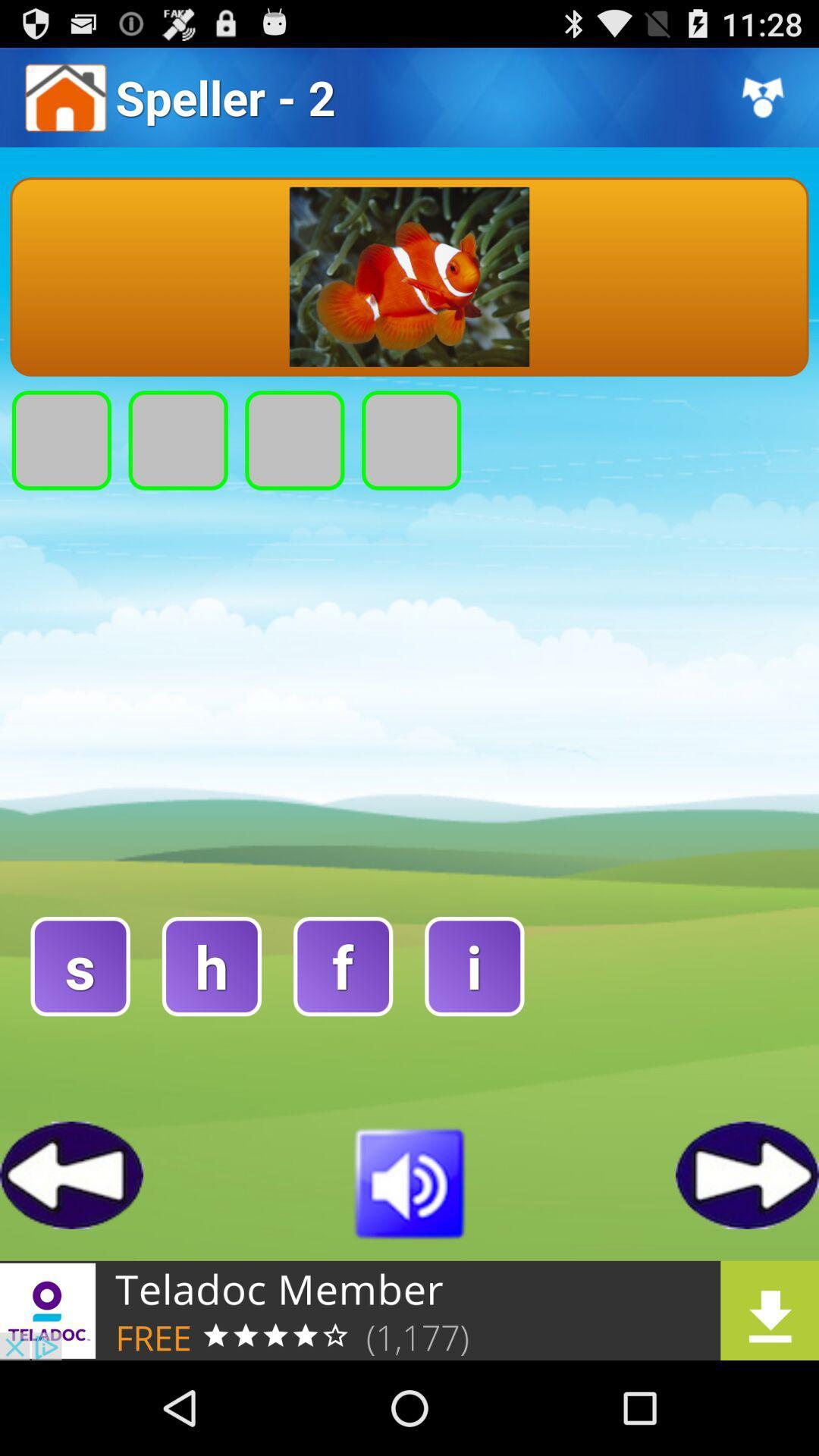  Describe the element at coordinates (71, 1174) in the screenshot. I see `go back` at that location.